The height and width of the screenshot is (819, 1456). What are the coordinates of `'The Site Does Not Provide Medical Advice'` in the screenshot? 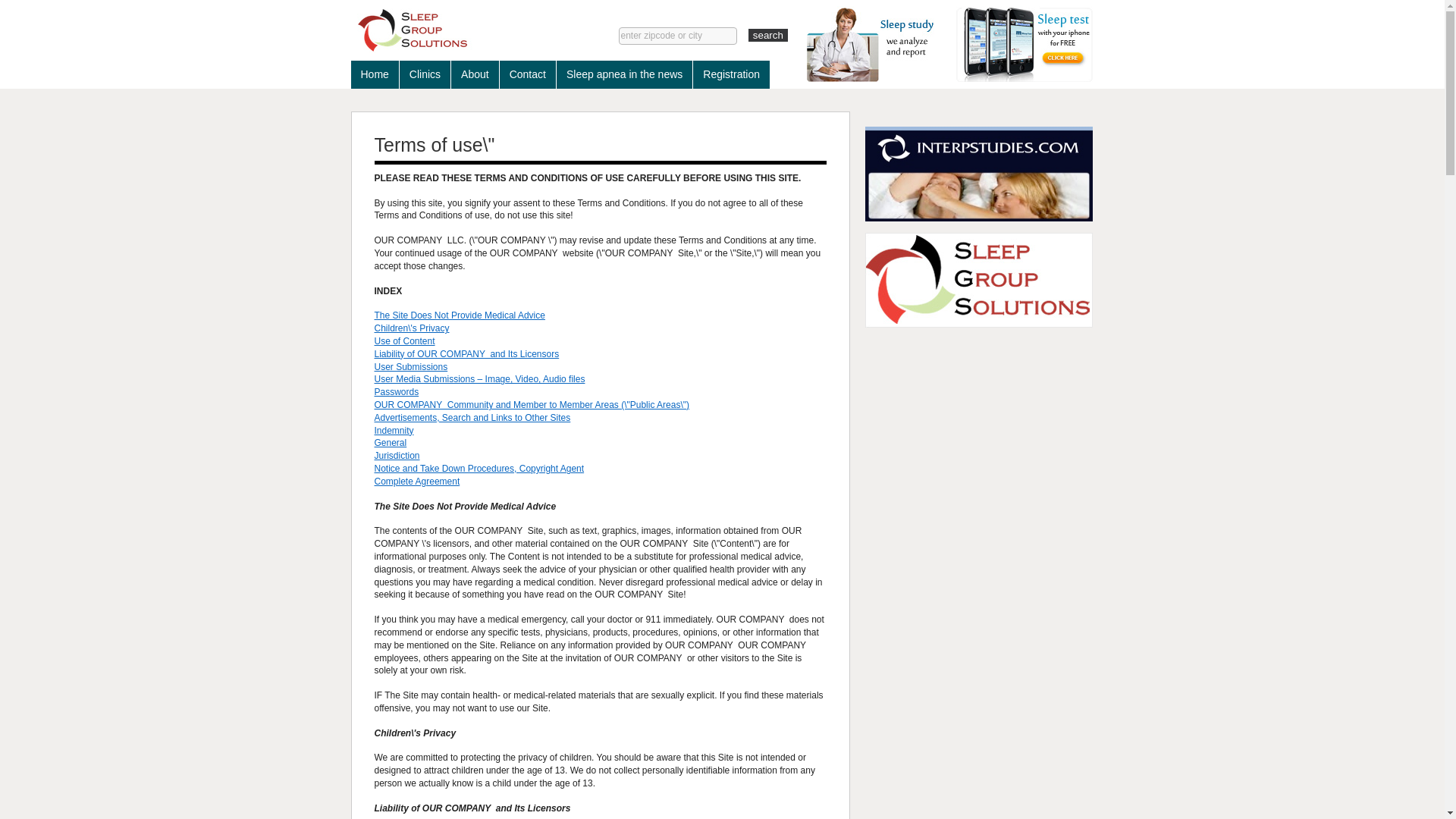 It's located at (459, 315).